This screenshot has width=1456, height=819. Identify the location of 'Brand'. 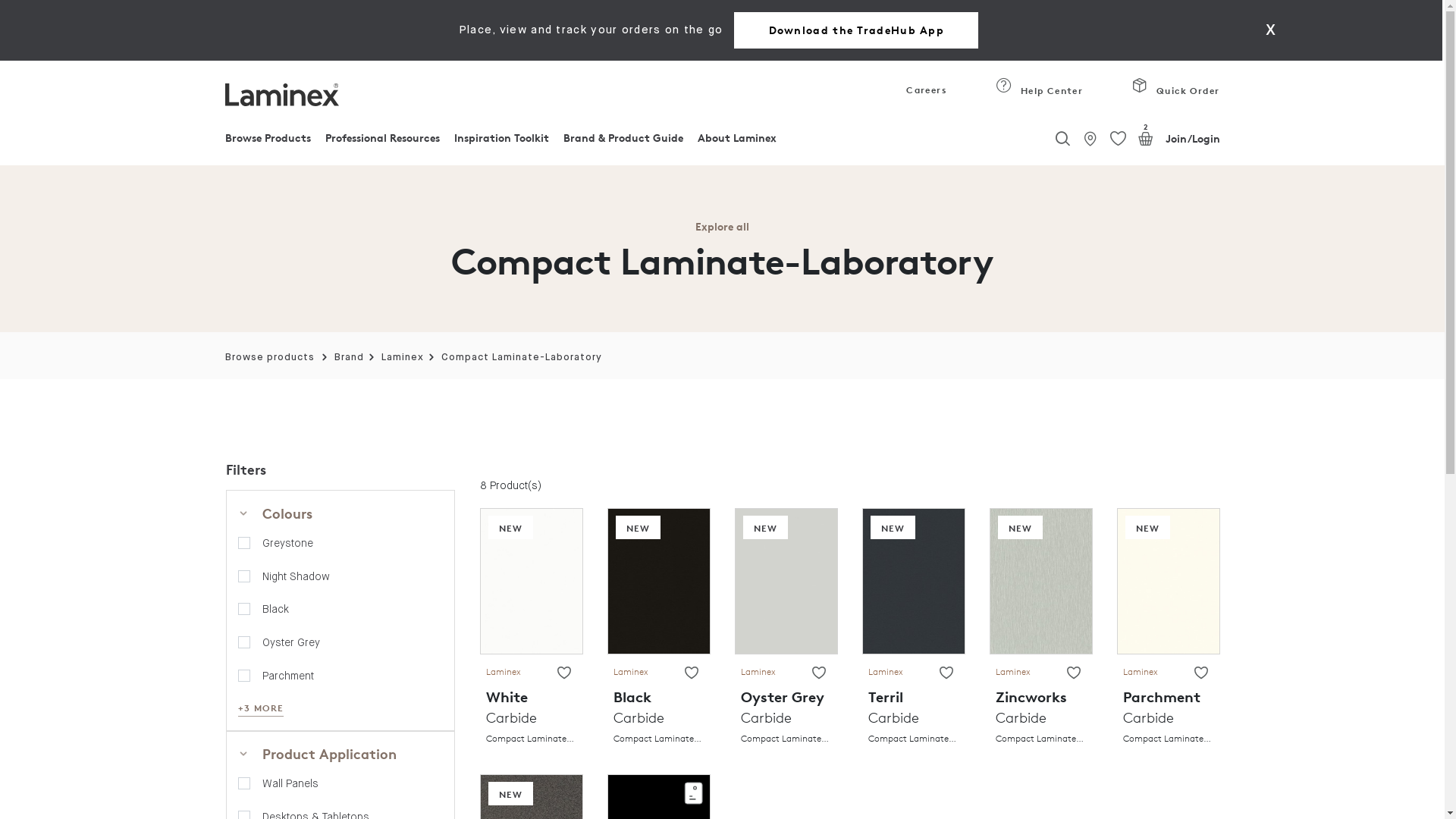
(348, 357).